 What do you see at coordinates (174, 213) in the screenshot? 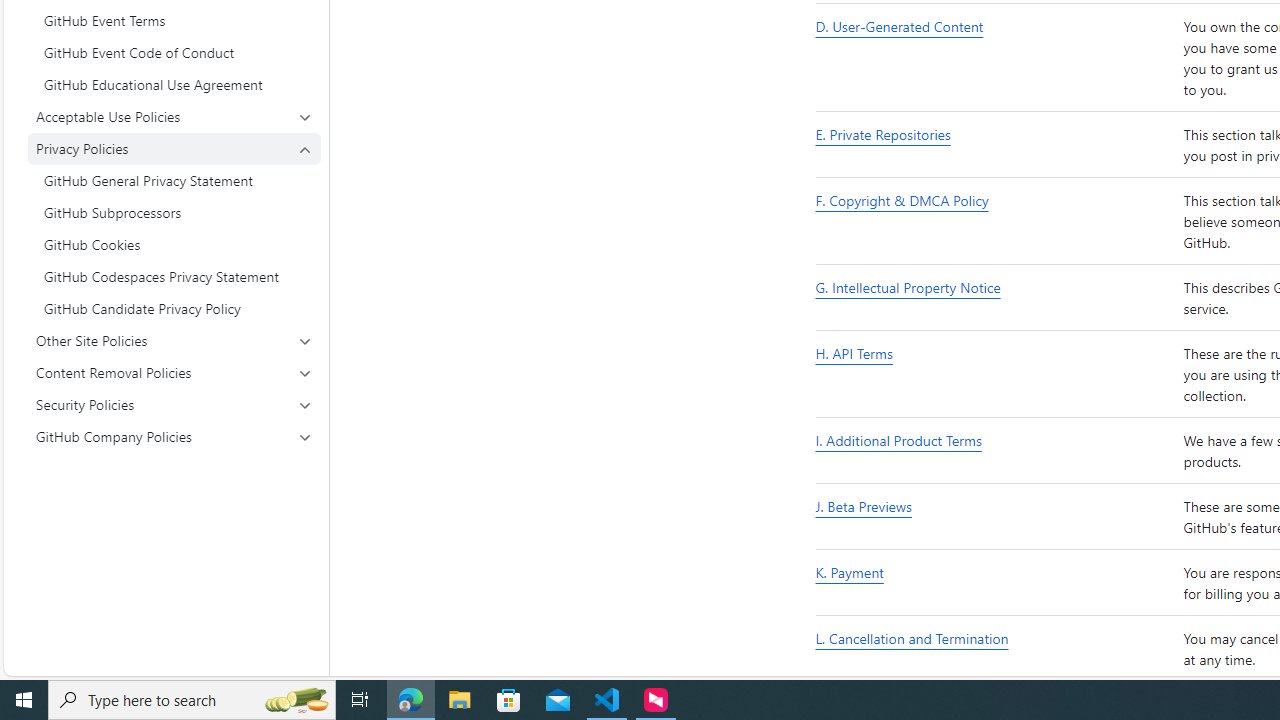
I see `'GitHub Subprocessors'` at bounding box center [174, 213].